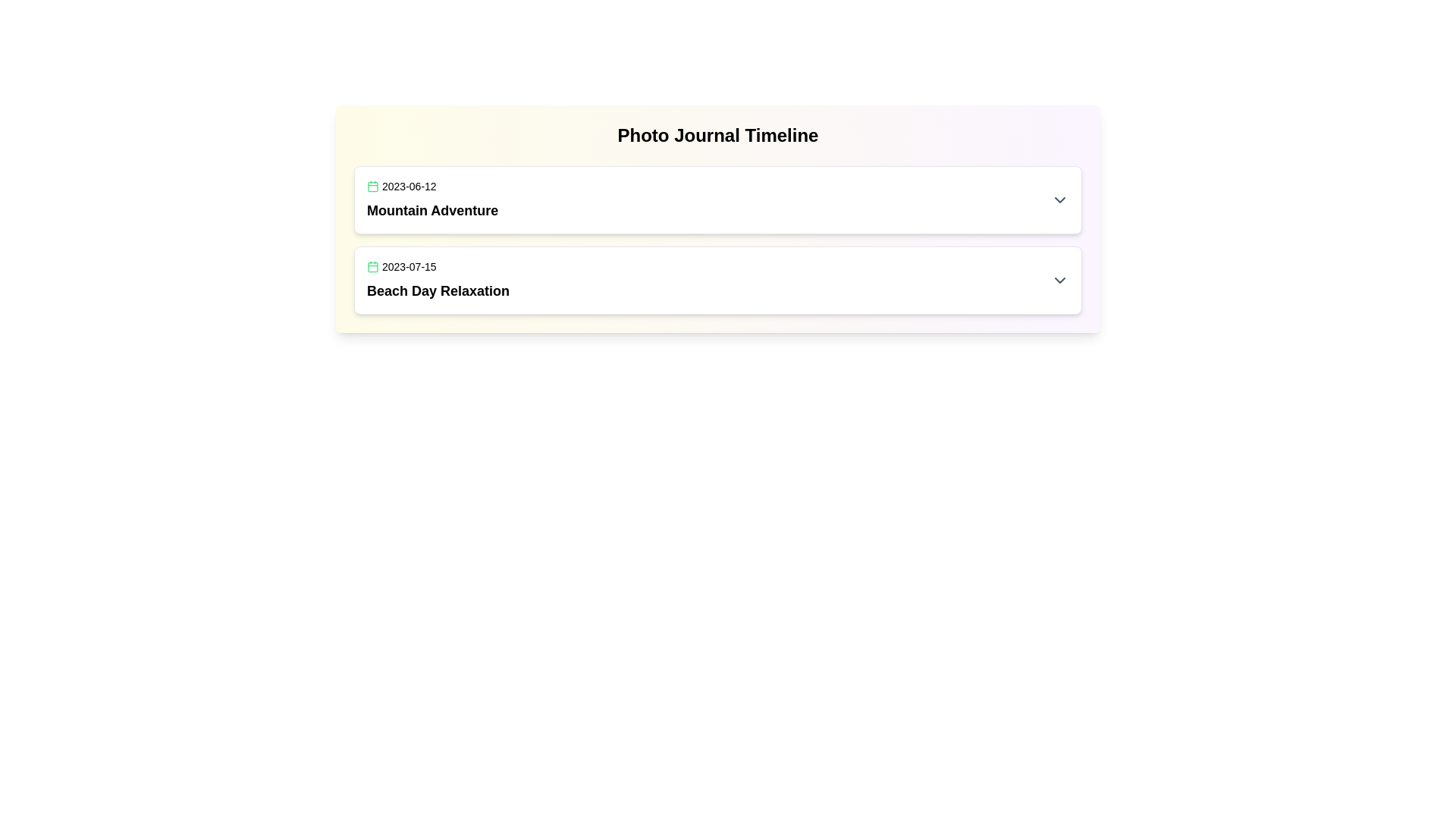 Image resolution: width=1456 pixels, height=819 pixels. Describe the element at coordinates (1059, 199) in the screenshot. I see `the downward-facing chevron icon of the Dropdown toggle button located on the right side of the UI section displaying the date '2023-06-12' and the title 'Mountain Adventure'` at that location.